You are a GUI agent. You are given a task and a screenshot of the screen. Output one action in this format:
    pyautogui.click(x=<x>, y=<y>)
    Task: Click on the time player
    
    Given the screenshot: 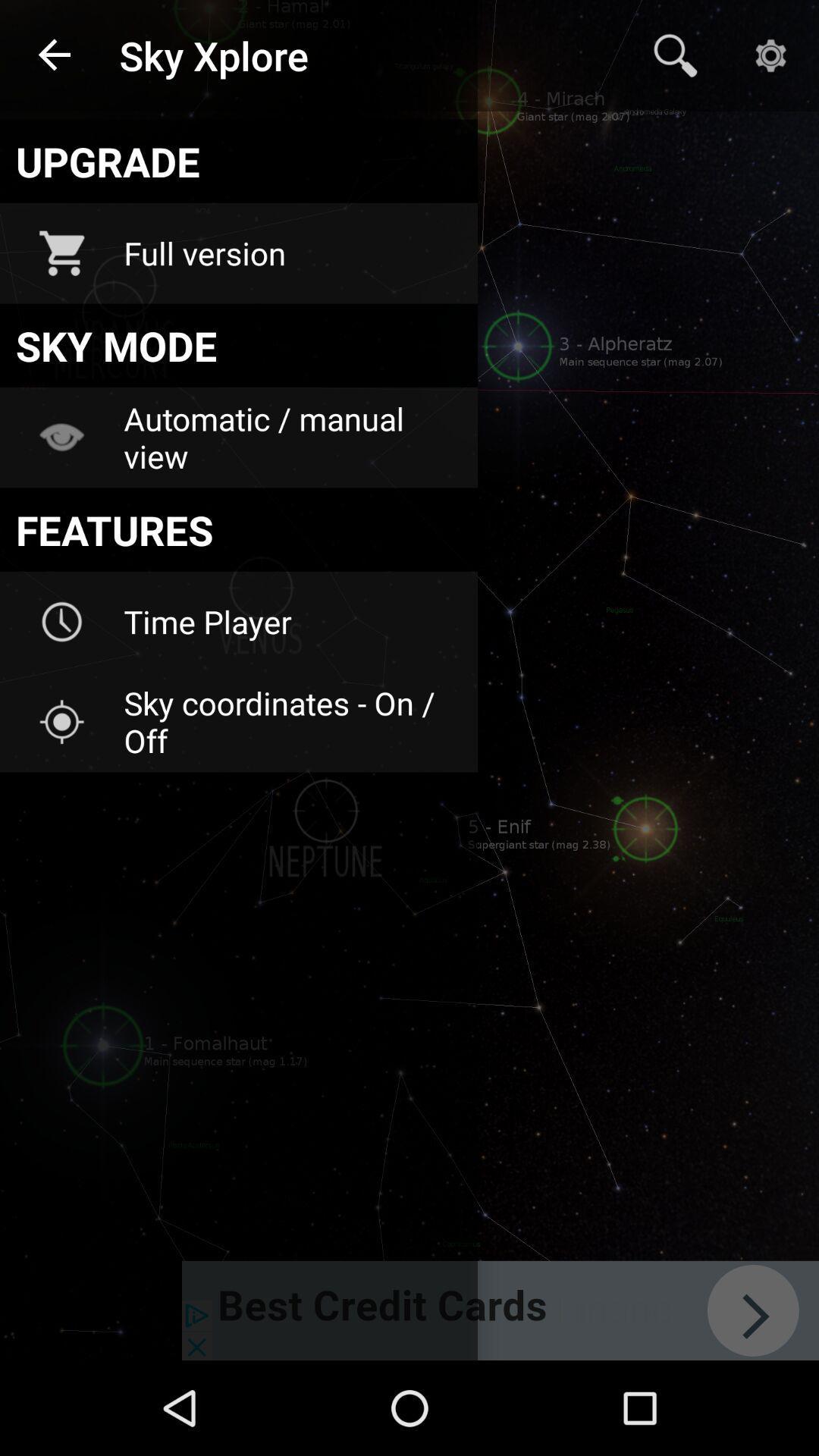 What is the action you would take?
    pyautogui.click(x=290, y=622)
    